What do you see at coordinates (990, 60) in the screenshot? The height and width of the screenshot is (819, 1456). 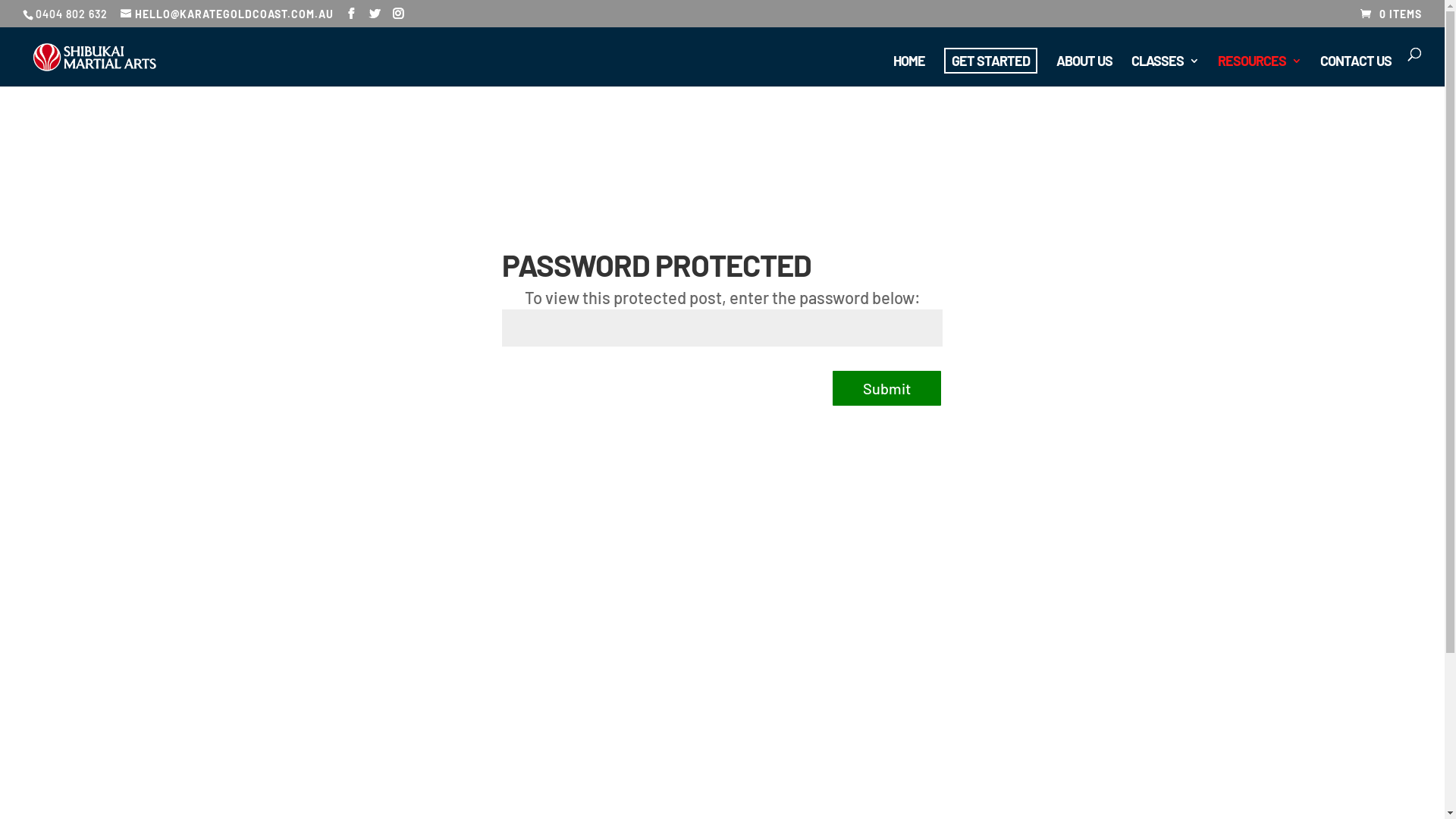 I see `'GET STARTED'` at bounding box center [990, 60].